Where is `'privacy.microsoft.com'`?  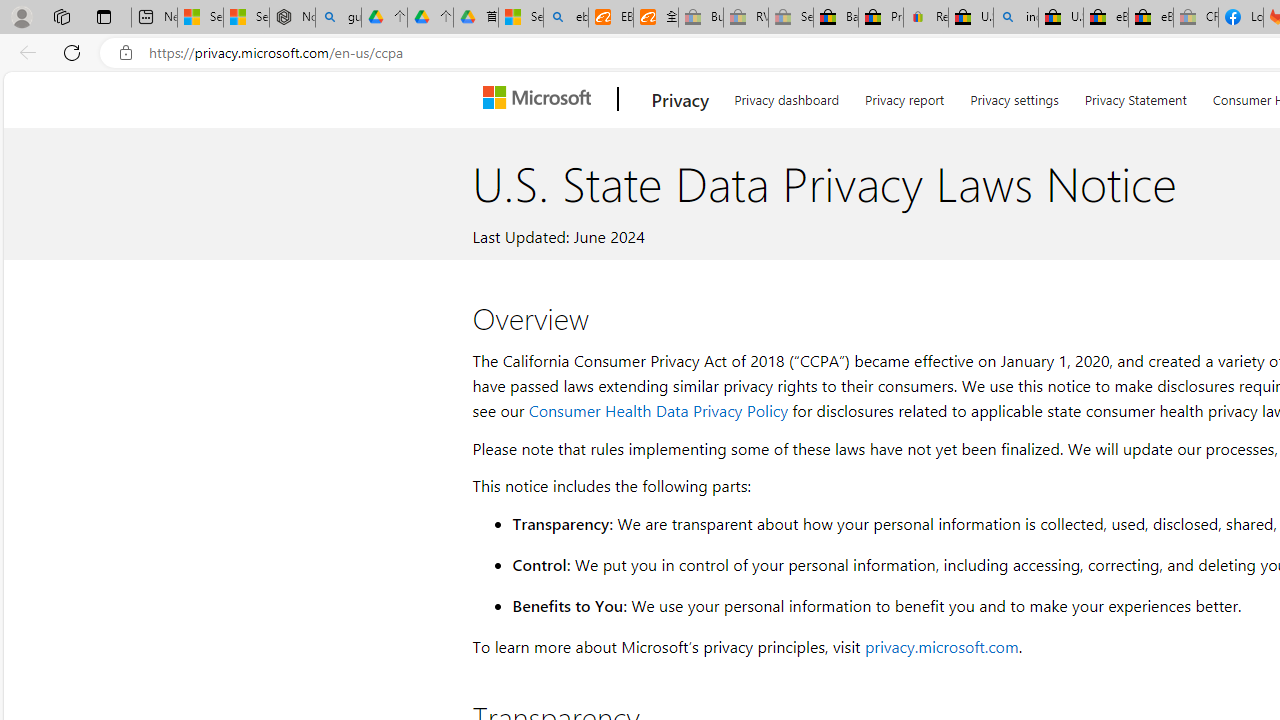
'privacy.microsoft.com' is located at coordinates (940, 645).